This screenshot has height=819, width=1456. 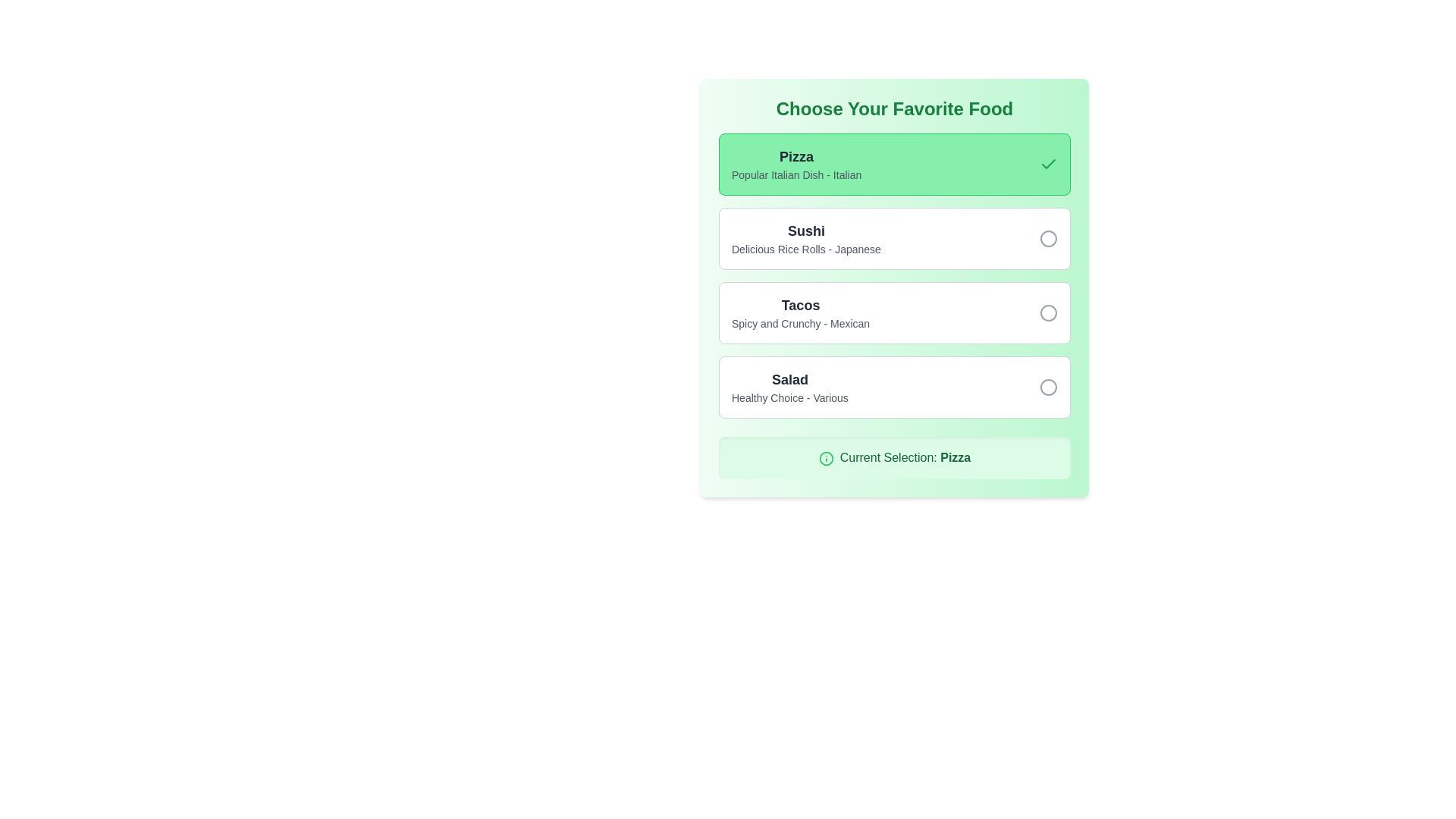 I want to click on the text 'Salad' in the selection panel, so click(x=789, y=386).